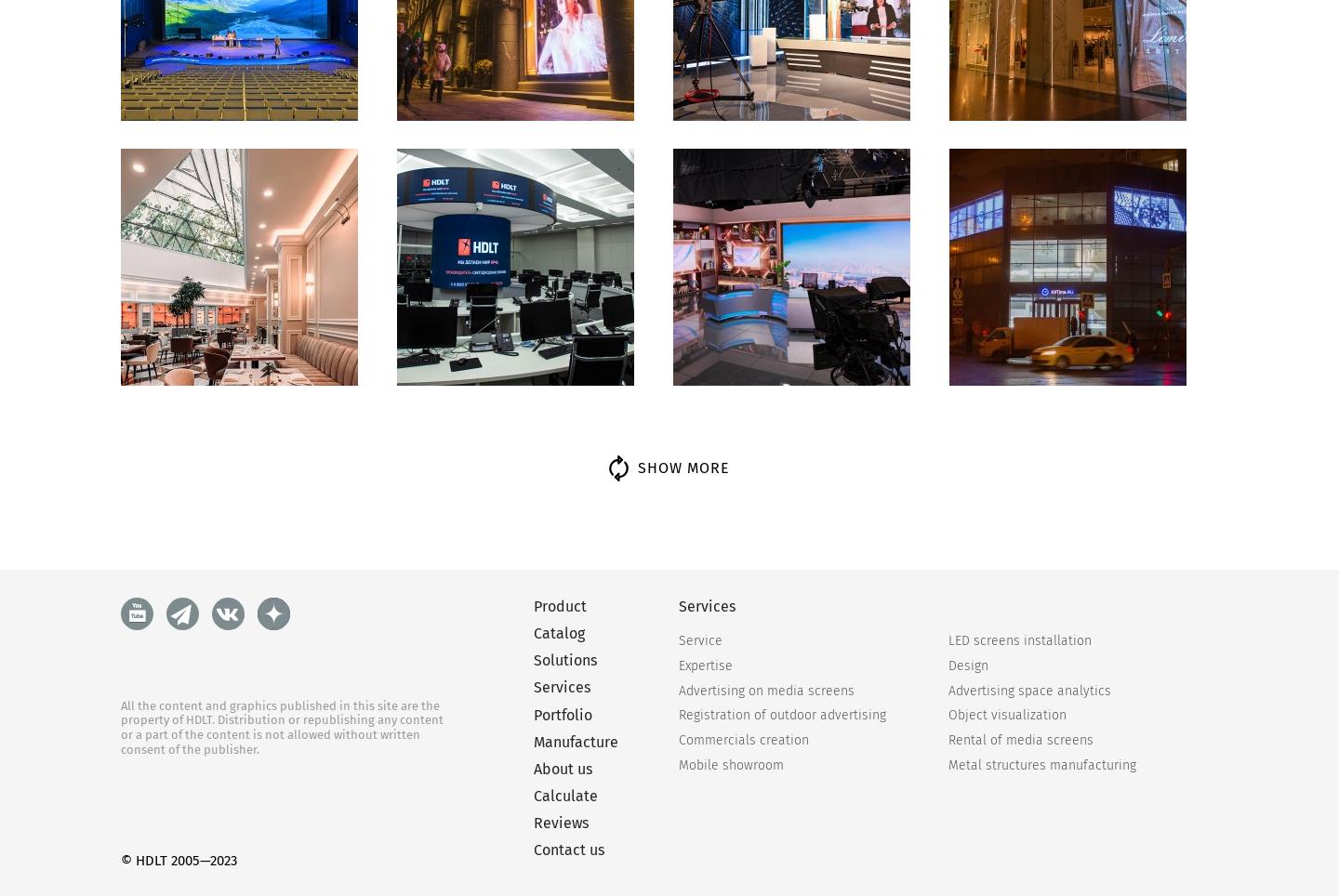 Image resolution: width=1339 pixels, height=896 pixels. Describe the element at coordinates (157, 673) in the screenshot. I see `'Choose screen type'` at that location.